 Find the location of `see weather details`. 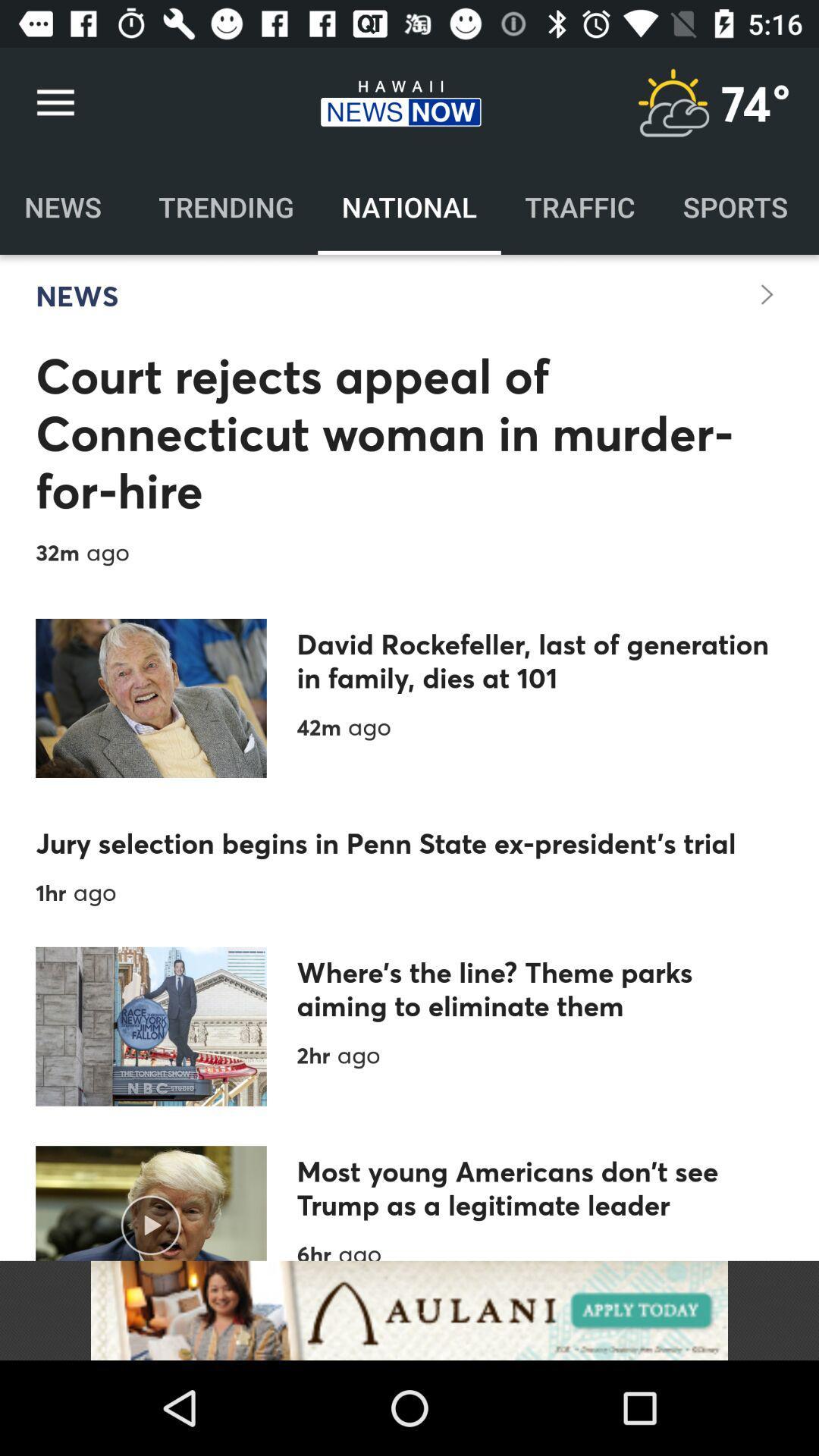

see weather details is located at coordinates (672, 102).